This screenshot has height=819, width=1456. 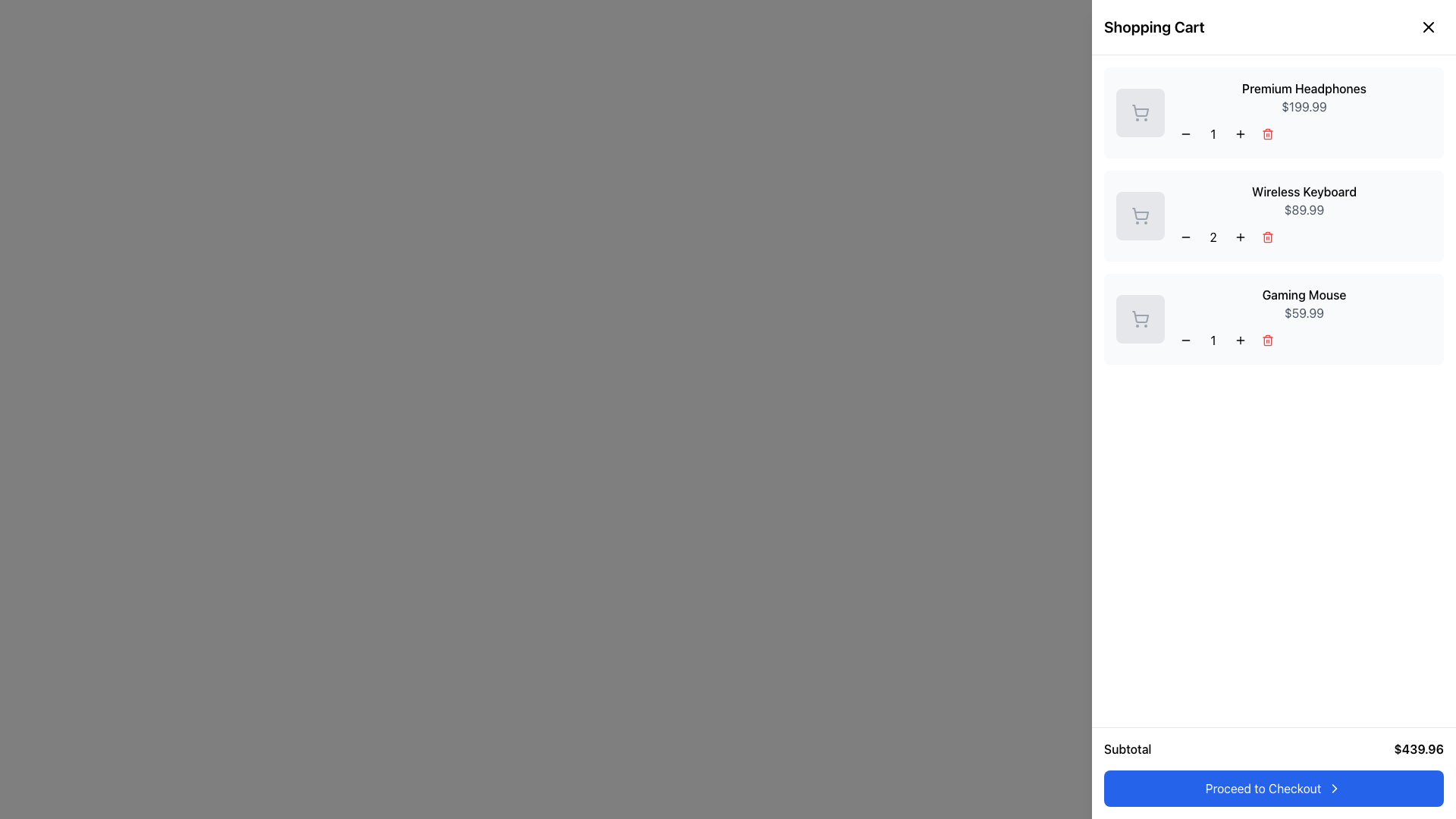 What do you see at coordinates (1241, 133) in the screenshot?
I see `the button that increases the quantity of the 'Premium Headphones' in the shopping cart, located between the decrement button and the trash can icon` at bounding box center [1241, 133].